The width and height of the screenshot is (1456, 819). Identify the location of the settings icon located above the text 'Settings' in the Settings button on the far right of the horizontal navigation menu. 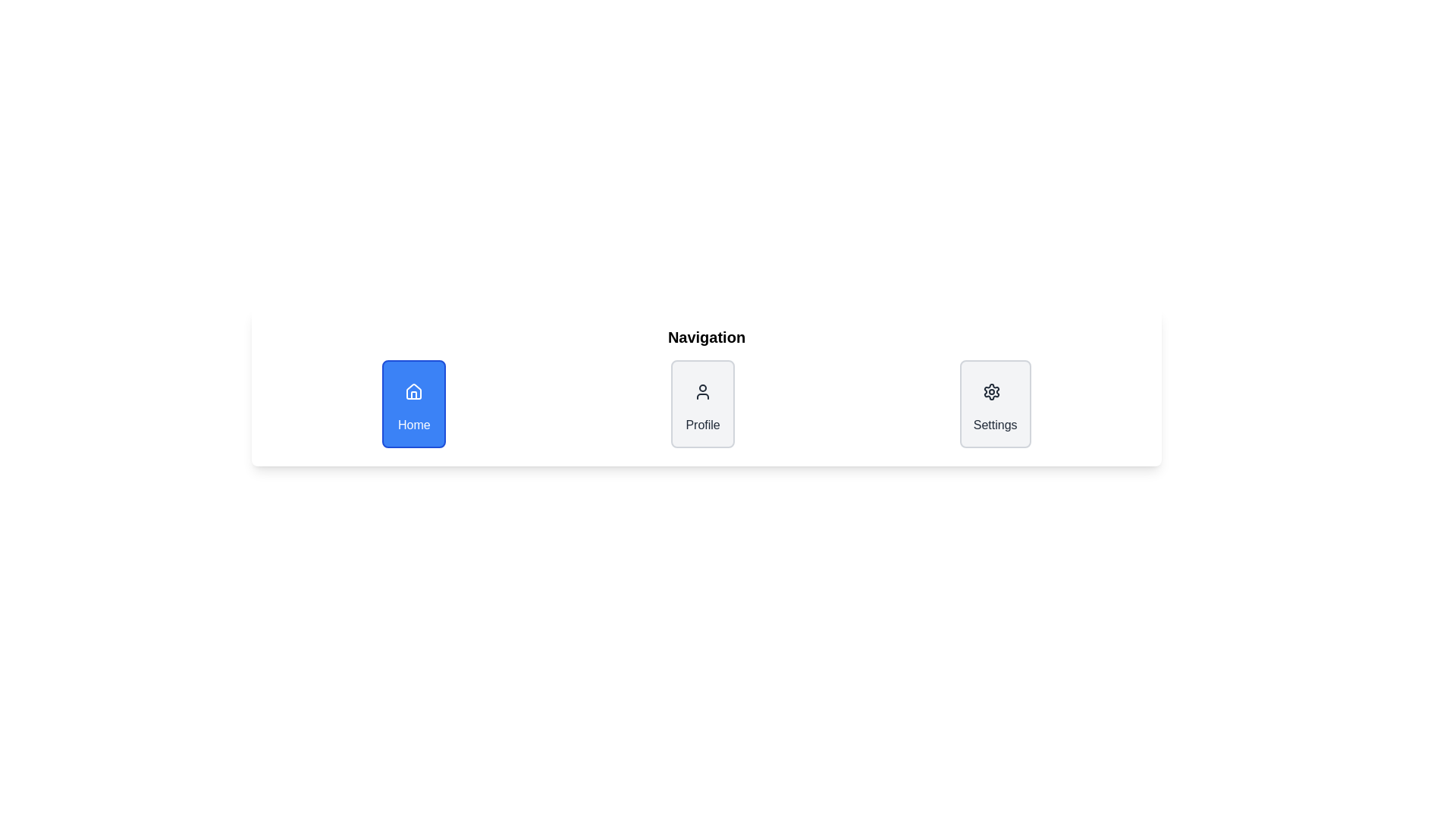
(991, 391).